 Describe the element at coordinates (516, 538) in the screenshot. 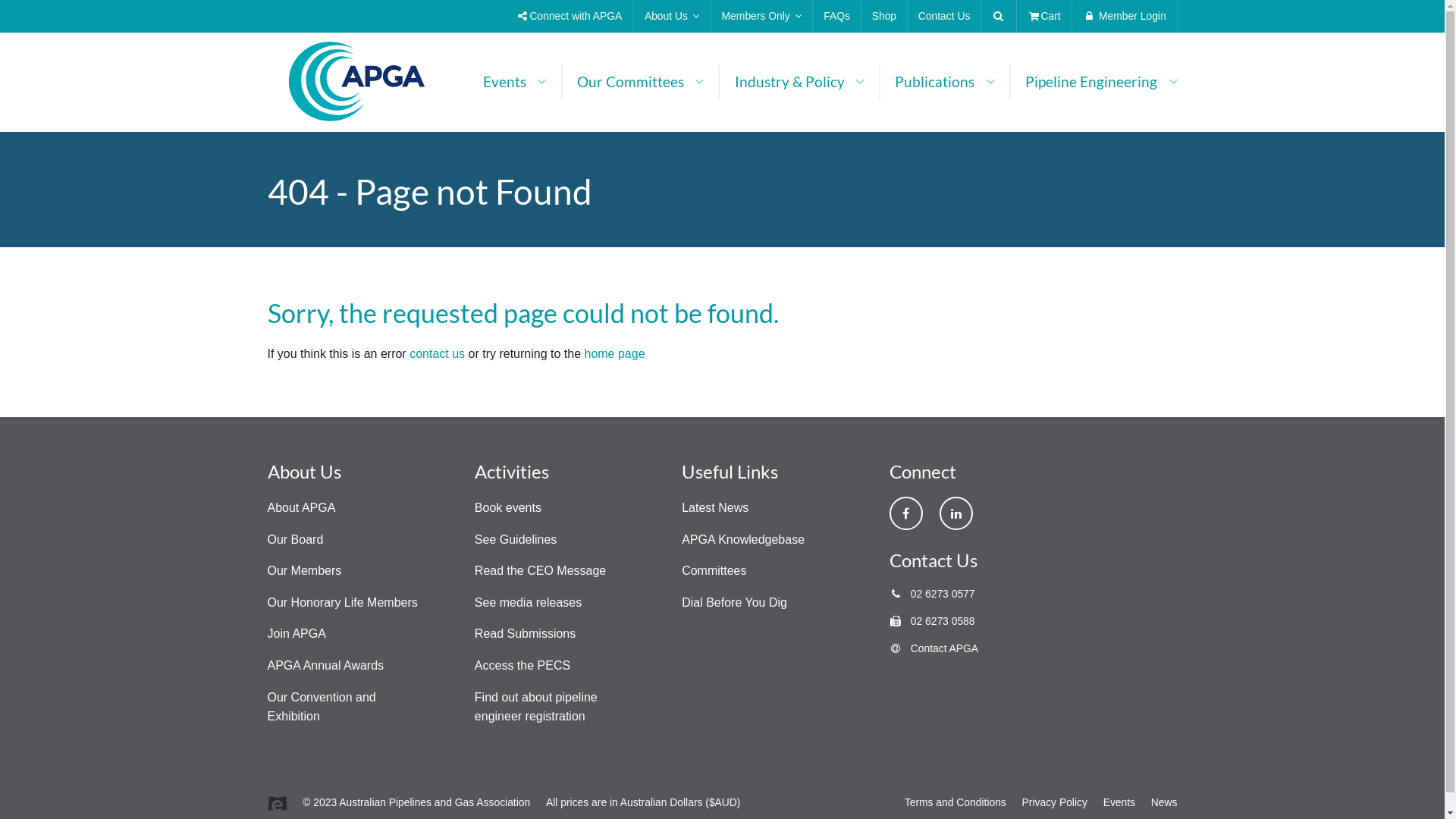

I see `'See Guidelines'` at that location.